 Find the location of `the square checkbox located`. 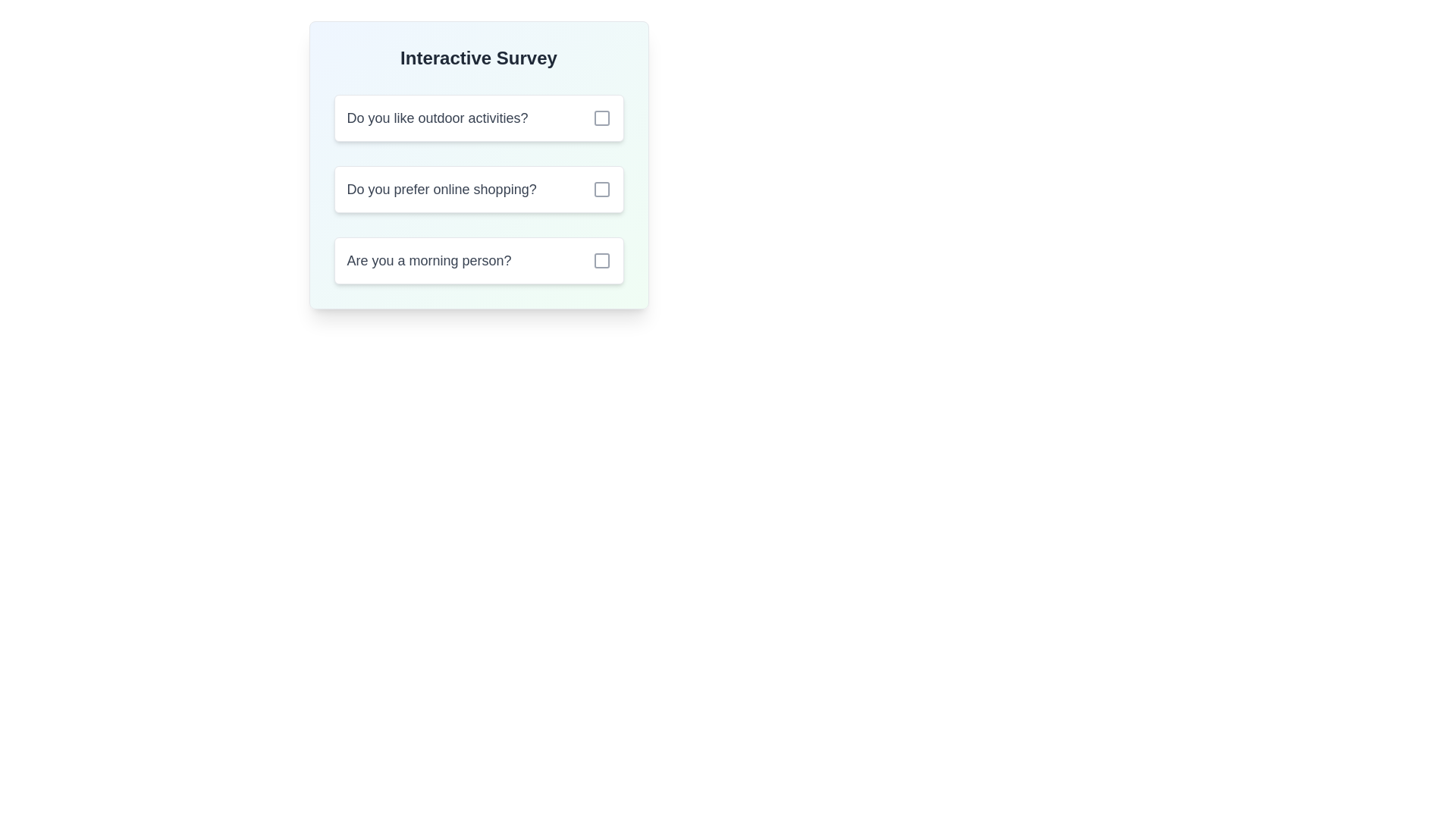

the square checkbox located is located at coordinates (601, 259).